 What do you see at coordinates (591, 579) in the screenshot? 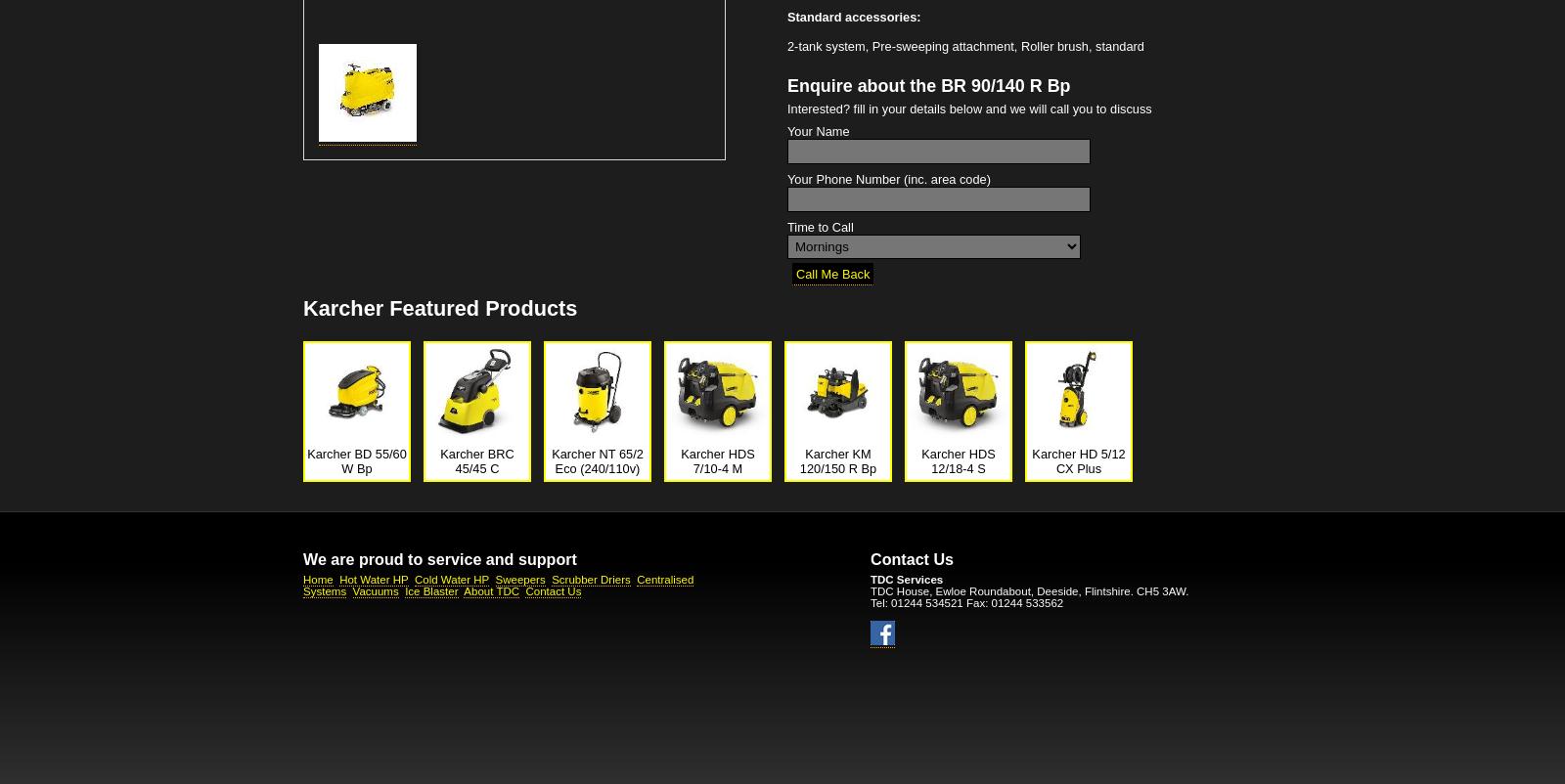
I see `'Scrubber Driers'` at bounding box center [591, 579].